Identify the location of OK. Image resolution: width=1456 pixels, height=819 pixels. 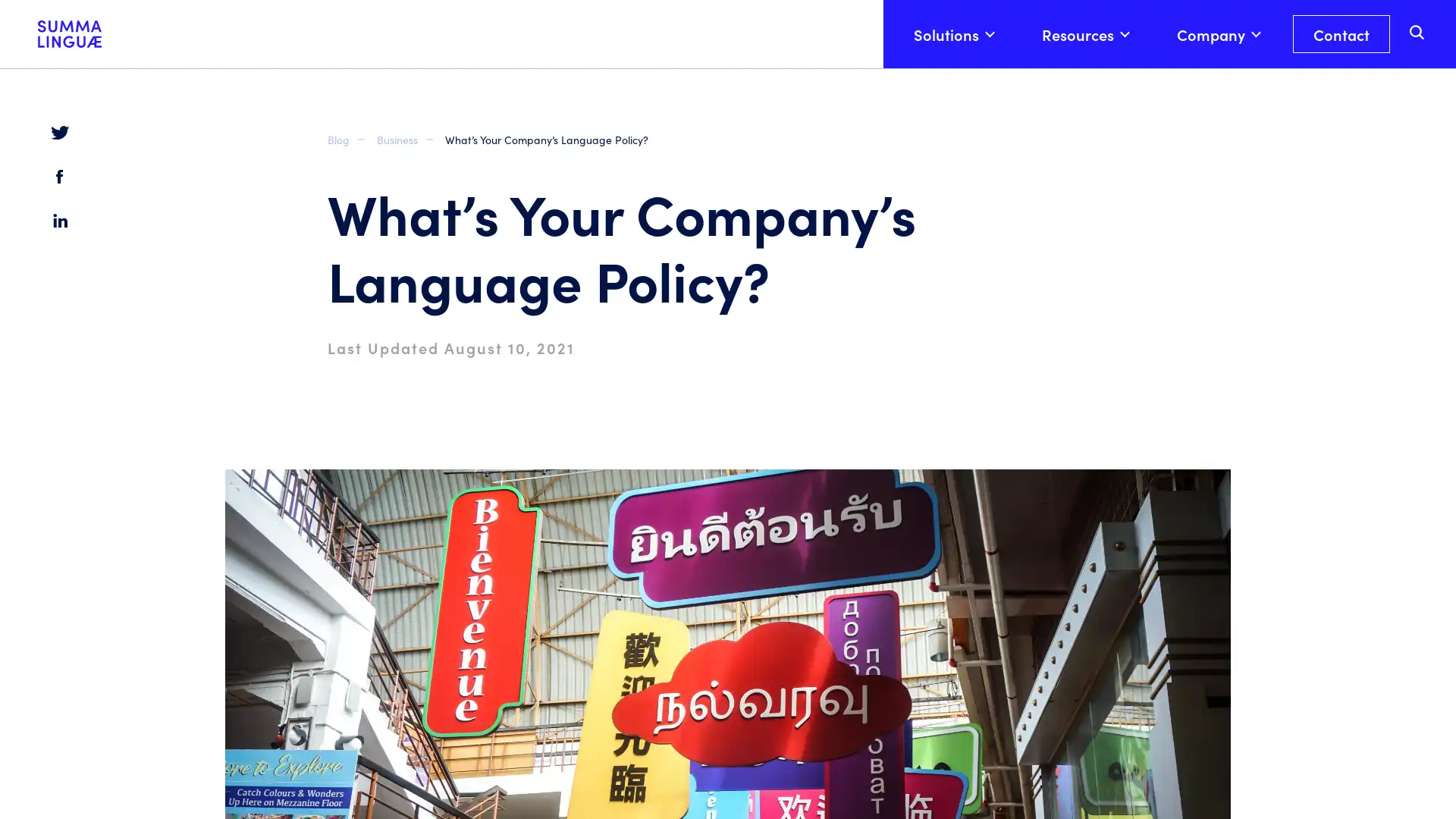
(1182, 775).